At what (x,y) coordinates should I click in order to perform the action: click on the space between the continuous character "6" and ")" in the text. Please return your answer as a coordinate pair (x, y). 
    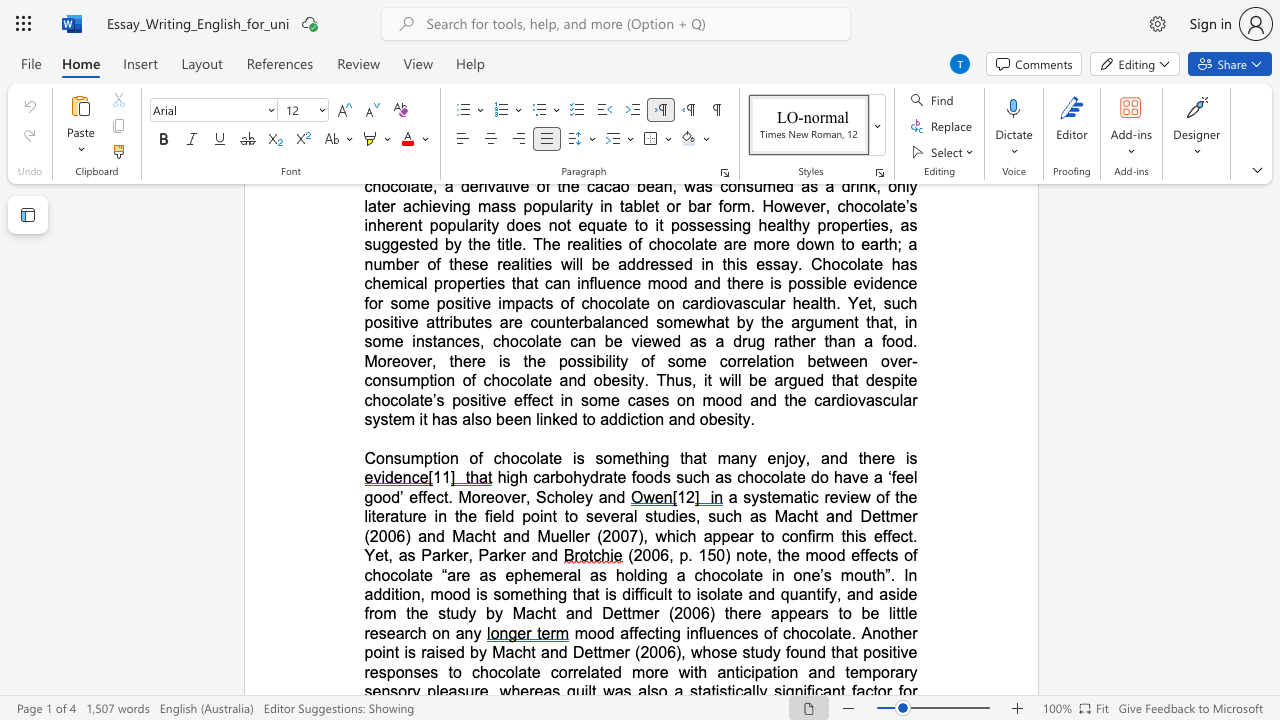
    Looking at the image, I should click on (403, 535).